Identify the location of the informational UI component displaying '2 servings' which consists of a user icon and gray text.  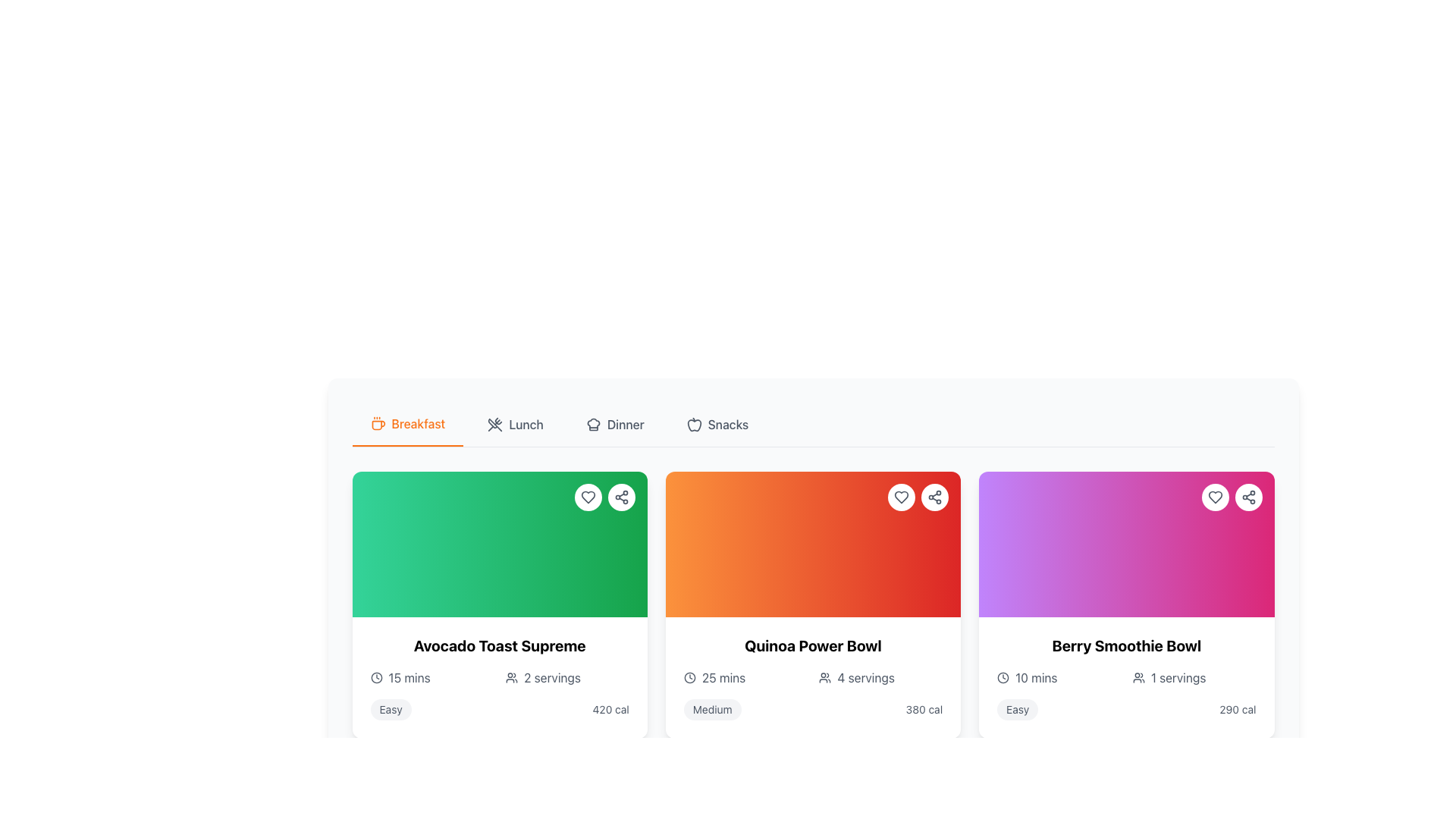
(566, 677).